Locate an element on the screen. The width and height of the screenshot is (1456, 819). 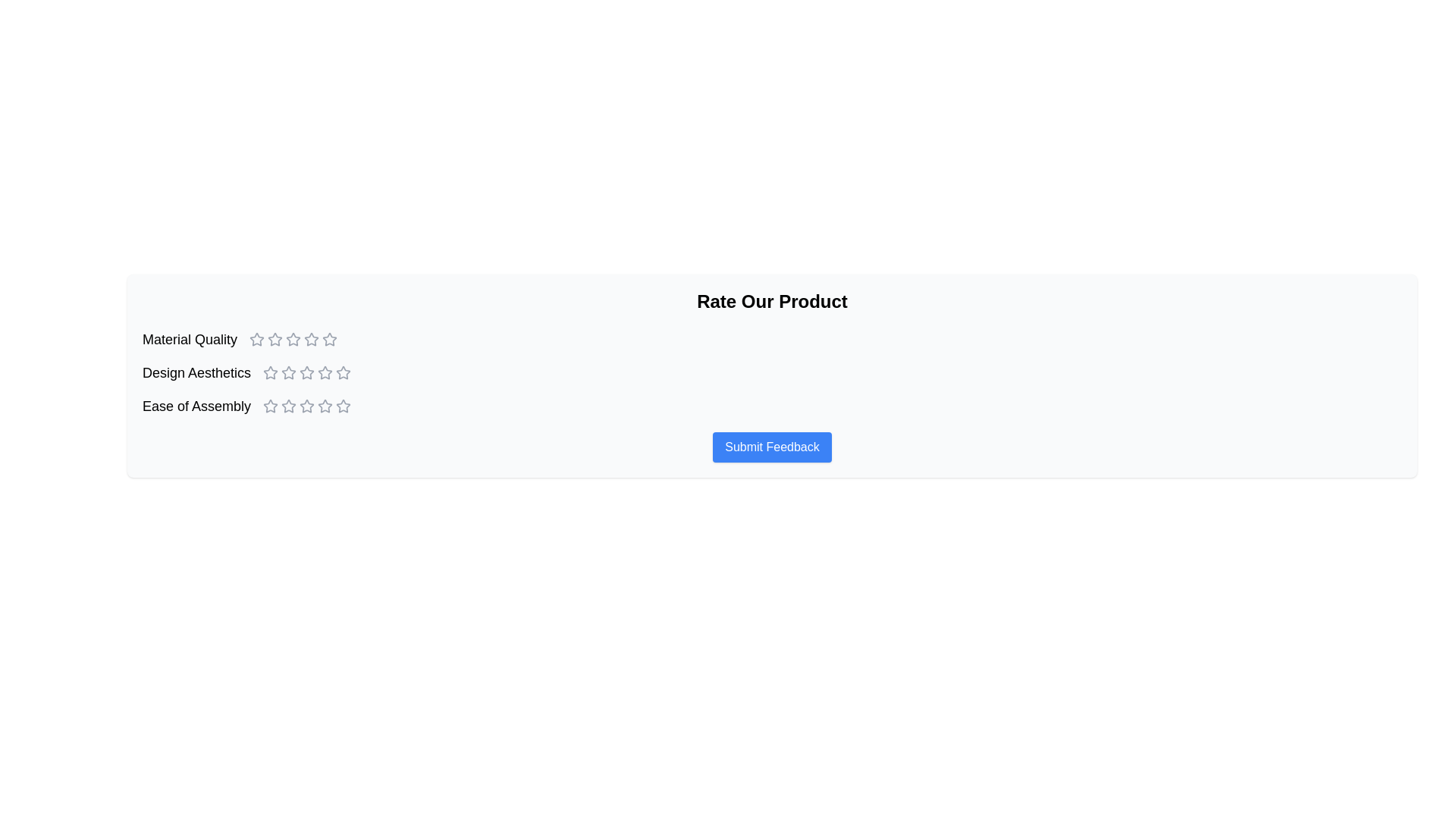
the third star in the row of rating stars under the 'Material Quality' category is located at coordinates (275, 338).